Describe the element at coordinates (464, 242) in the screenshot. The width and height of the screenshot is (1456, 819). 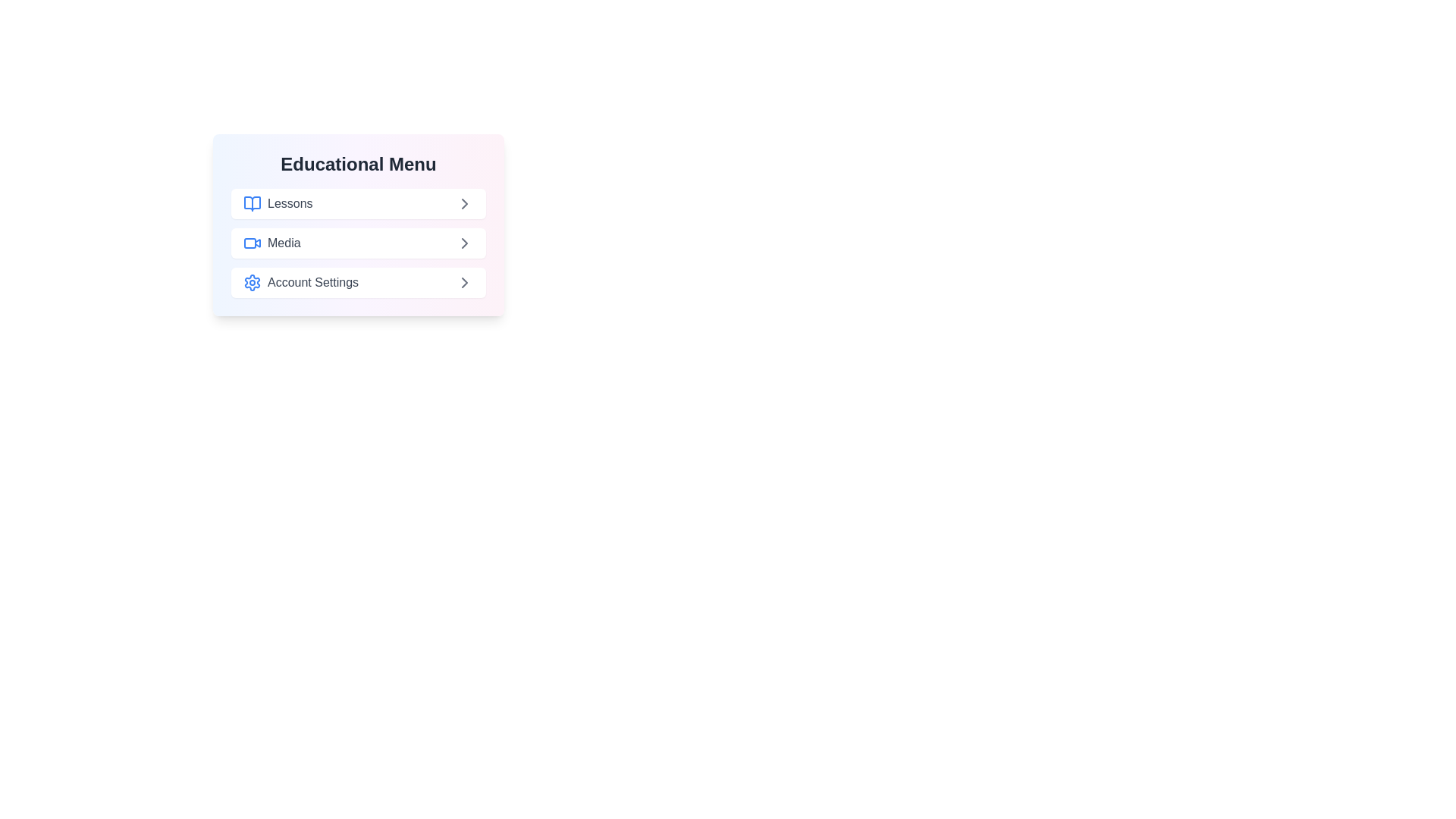
I see `the arrow icon located at the rightmost end of the 'Media' menu item` at that location.